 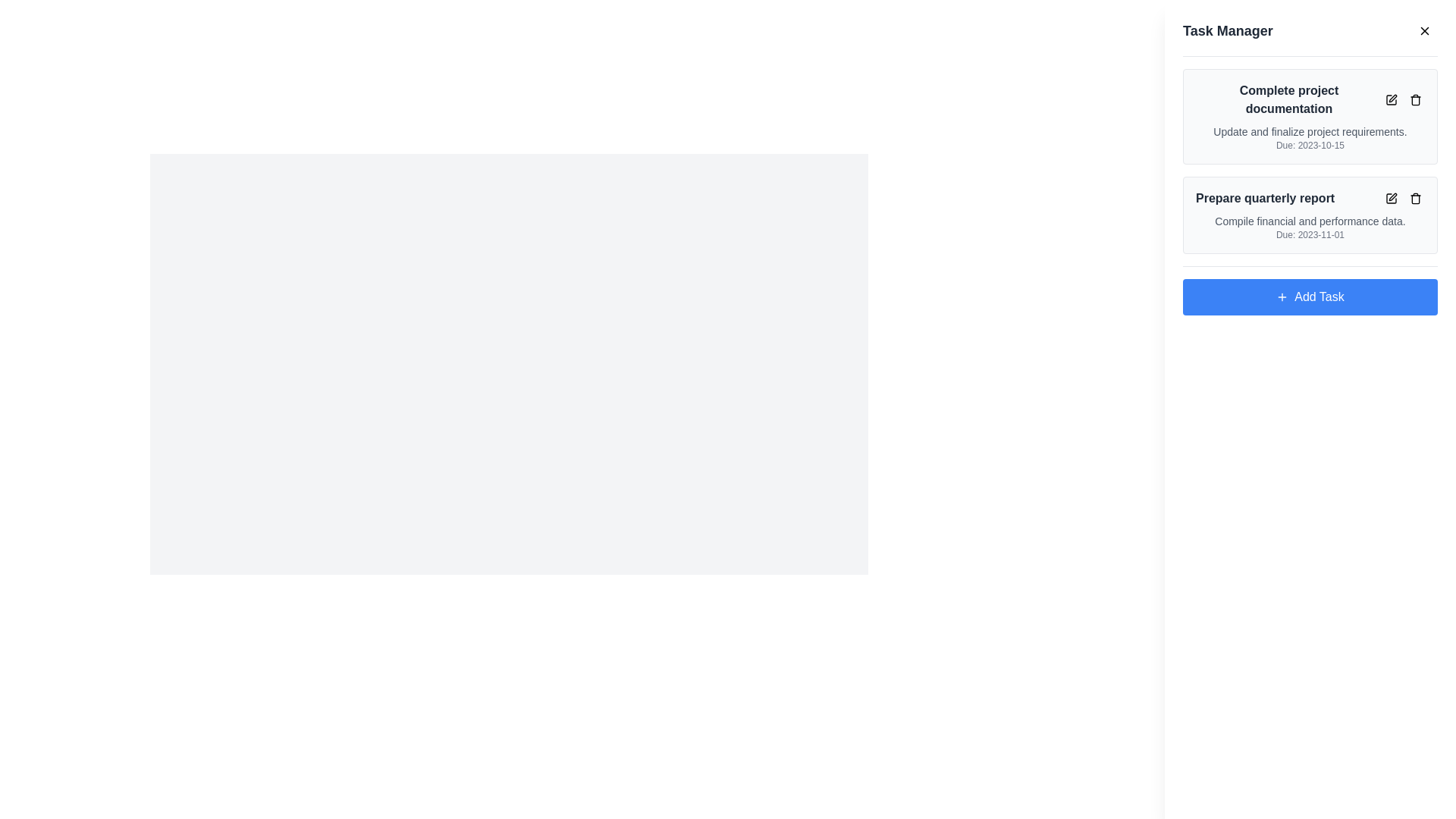 What do you see at coordinates (1282, 297) in the screenshot?
I see `the add or create icon located on the left side of the 'Add Task' text in the blue rectangular 'Add Task' button at the bottom of the right-hand panel` at bounding box center [1282, 297].